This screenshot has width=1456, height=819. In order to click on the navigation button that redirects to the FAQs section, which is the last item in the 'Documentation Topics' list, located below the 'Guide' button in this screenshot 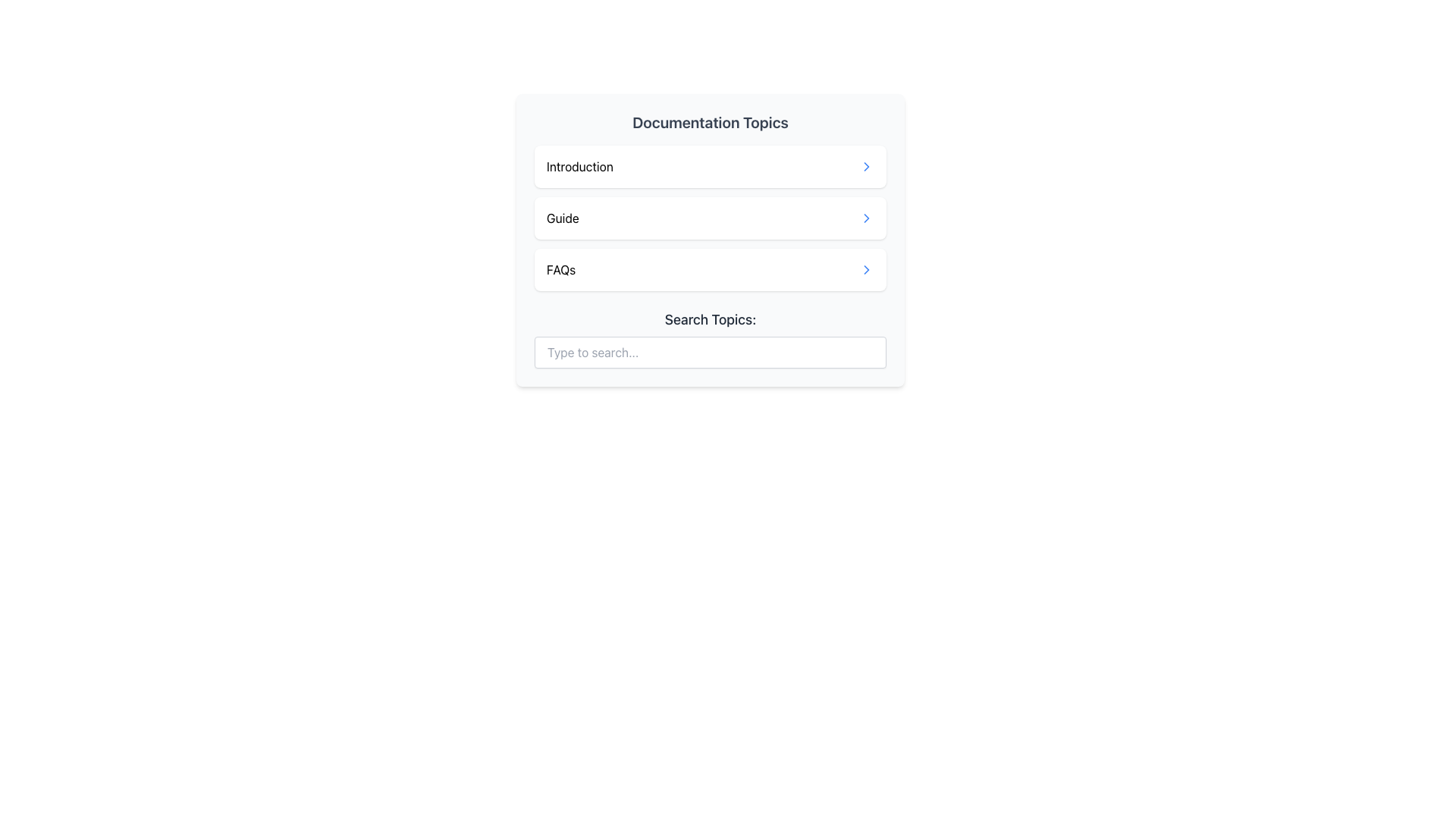, I will do `click(709, 268)`.